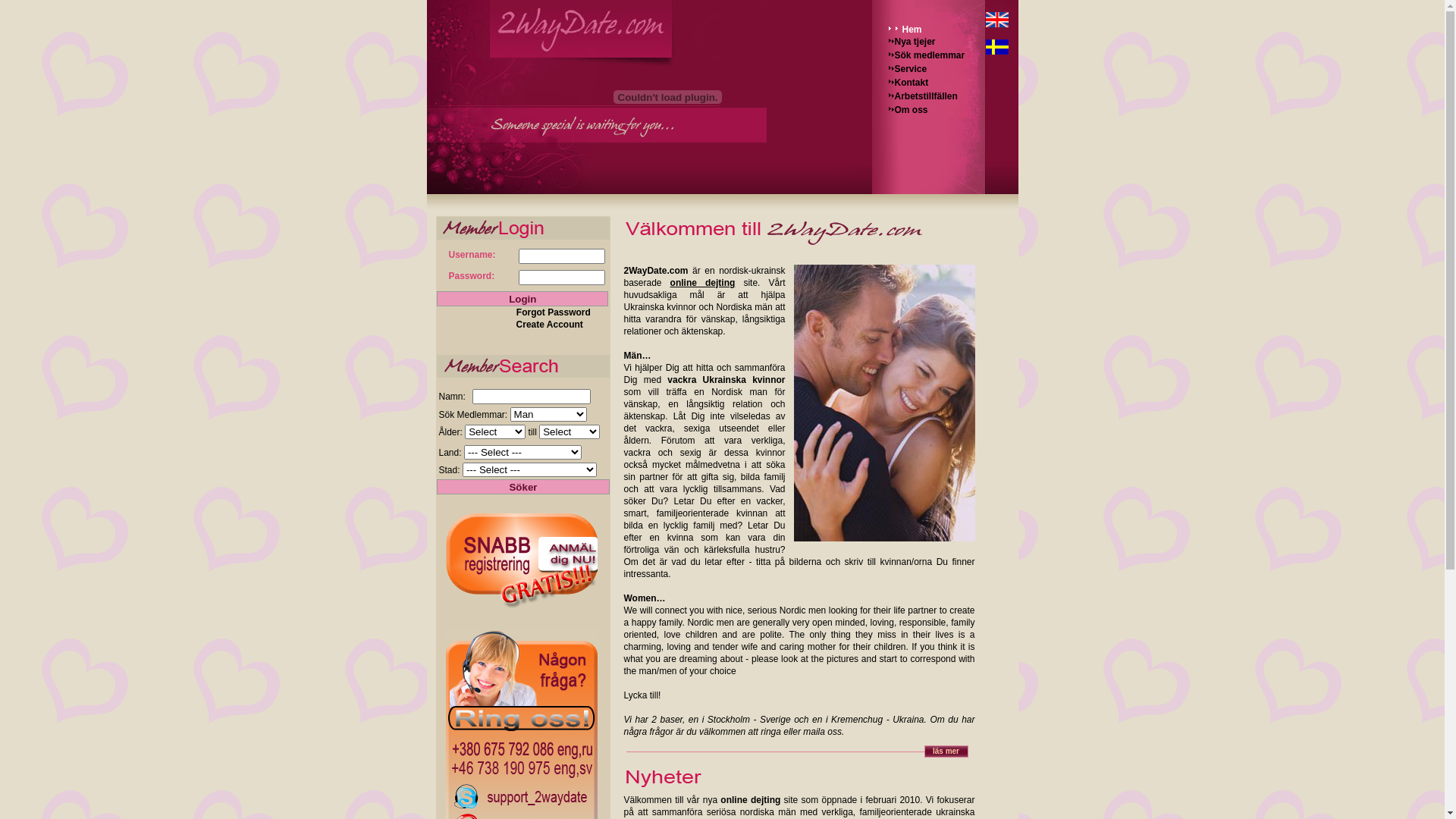 The height and width of the screenshot is (819, 1456). Describe the element at coordinates (892, 69) in the screenshot. I see `'Service'` at that location.